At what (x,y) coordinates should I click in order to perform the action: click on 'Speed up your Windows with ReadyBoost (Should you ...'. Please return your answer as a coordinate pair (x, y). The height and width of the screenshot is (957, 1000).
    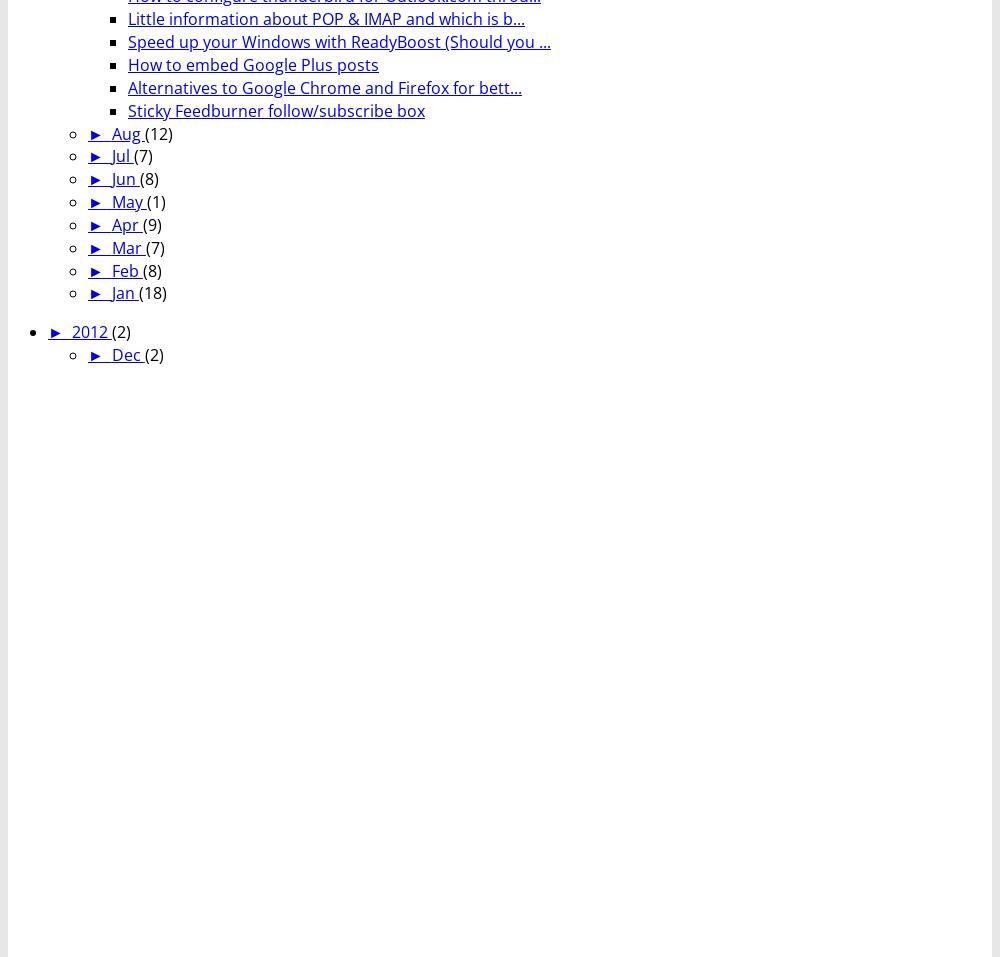
    Looking at the image, I should click on (338, 41).